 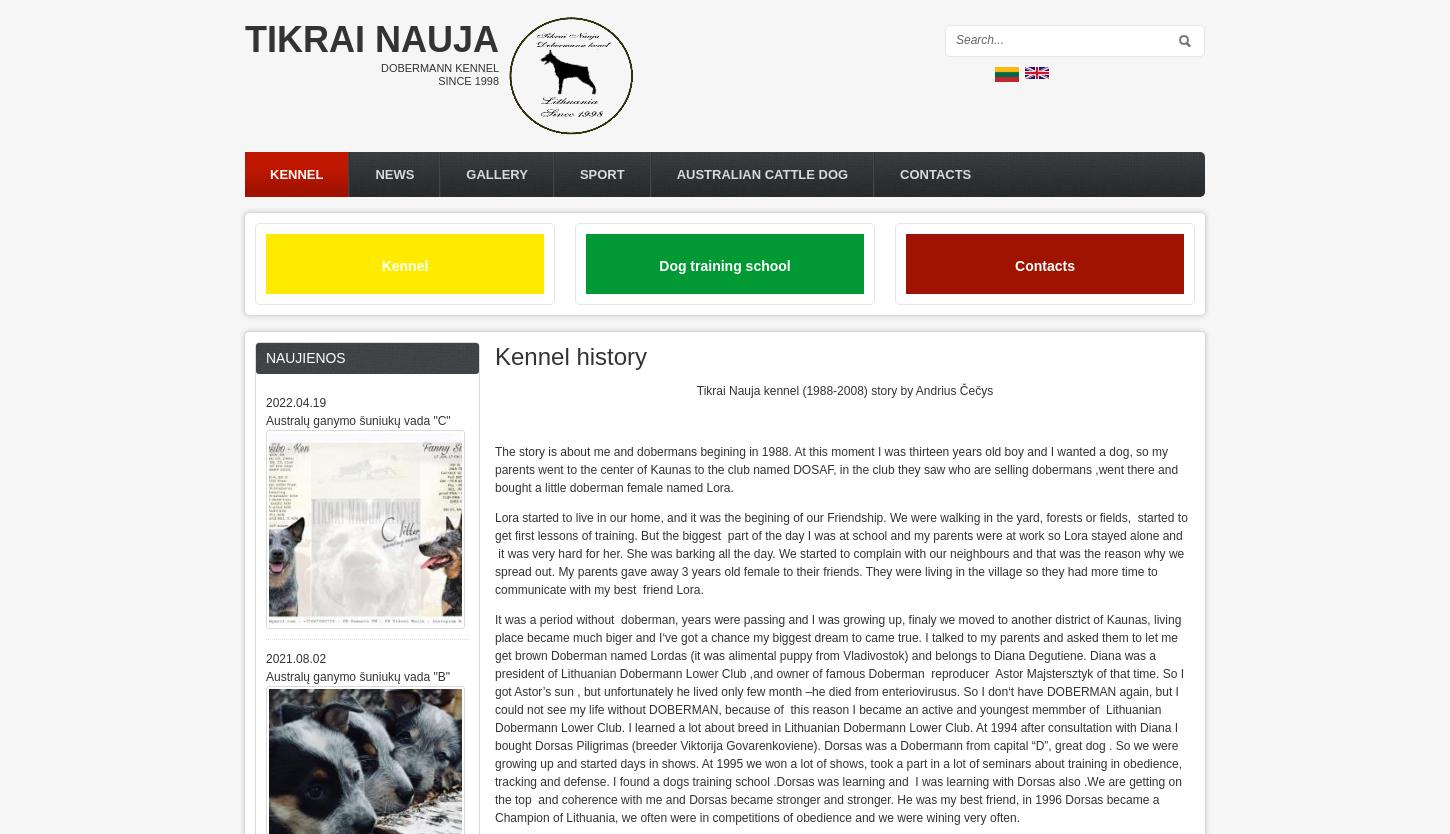 What do you see at coordinates (265, 401) in the screenshot?
I see `'2022.04.19'` at bounding box center [265, 401].